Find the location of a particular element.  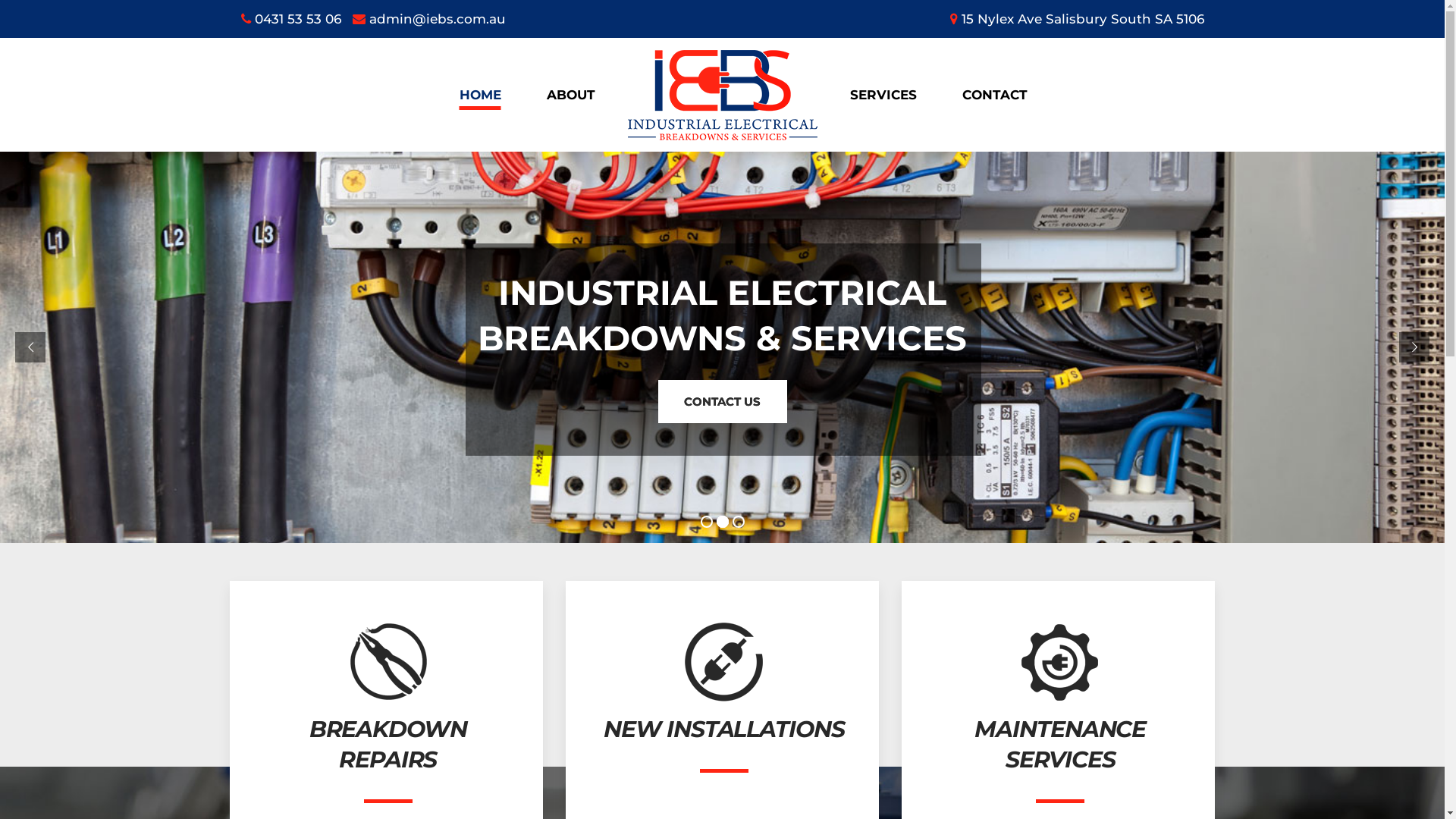

'SERVICES' is located at coordinates (882, 94).